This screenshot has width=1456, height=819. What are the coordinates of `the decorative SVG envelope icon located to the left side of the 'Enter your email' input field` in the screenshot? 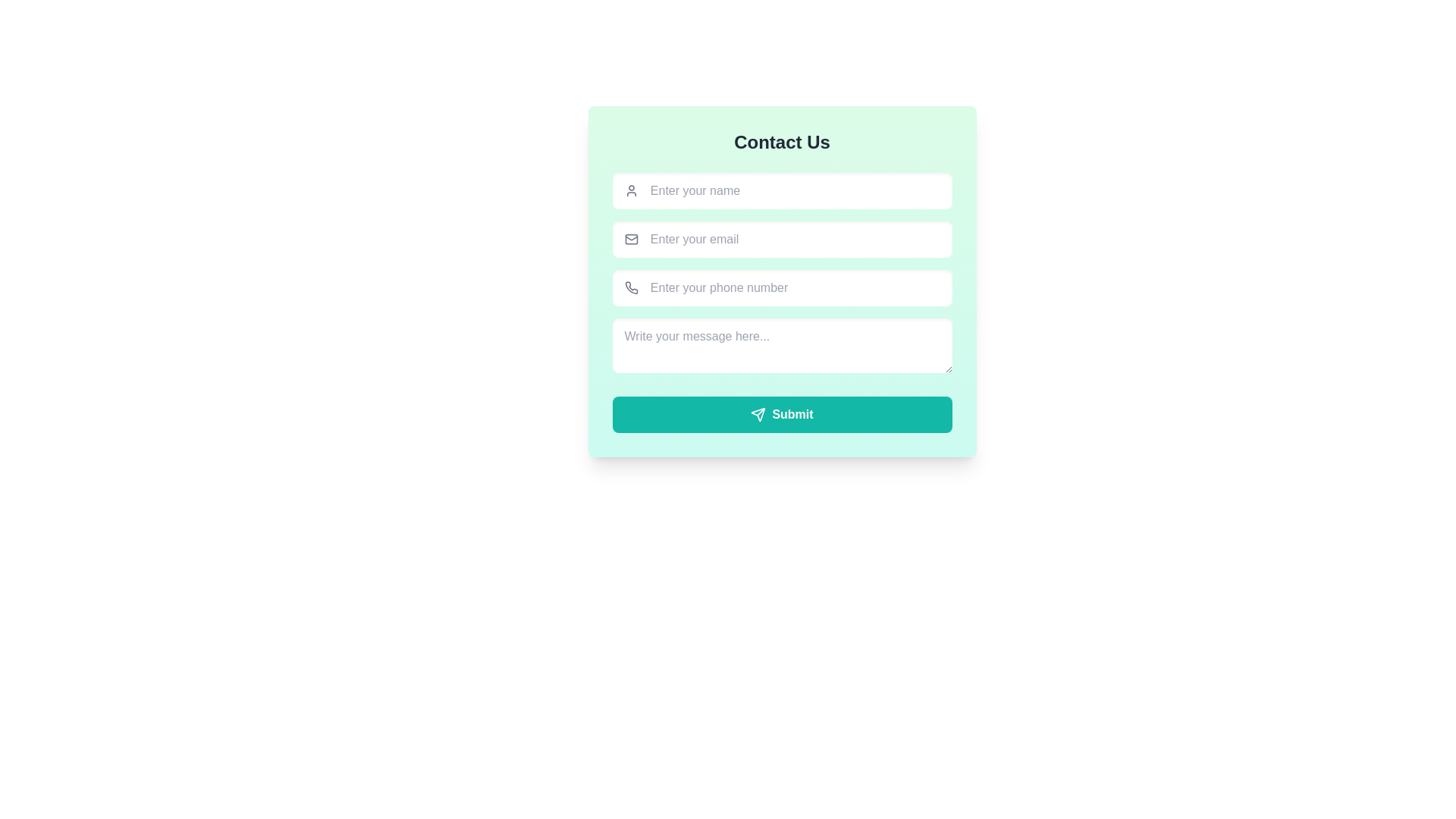 It's located at (631, 238).